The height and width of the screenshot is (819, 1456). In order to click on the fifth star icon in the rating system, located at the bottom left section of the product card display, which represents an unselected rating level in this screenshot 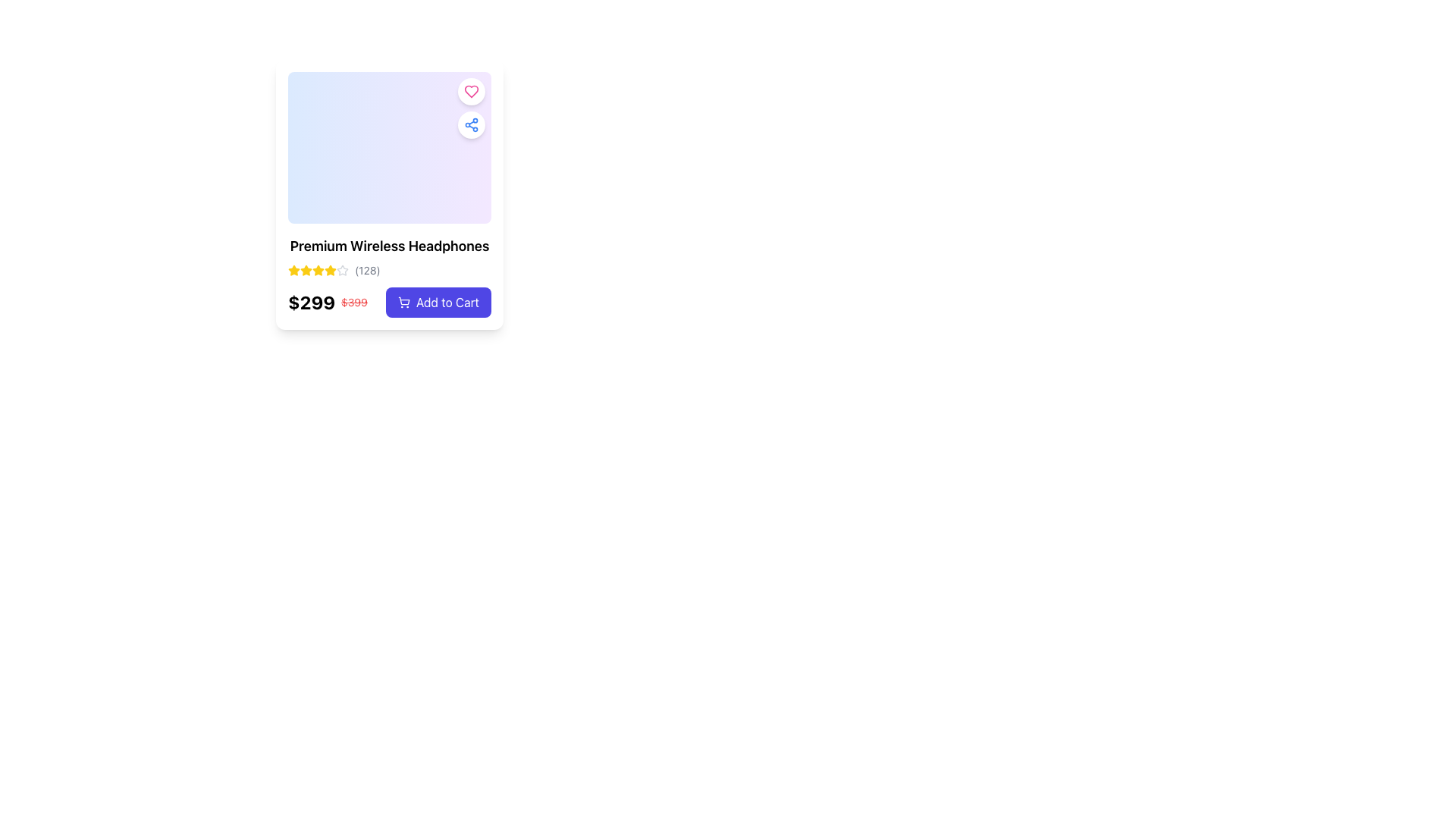, I will do `click(341, 270)`.